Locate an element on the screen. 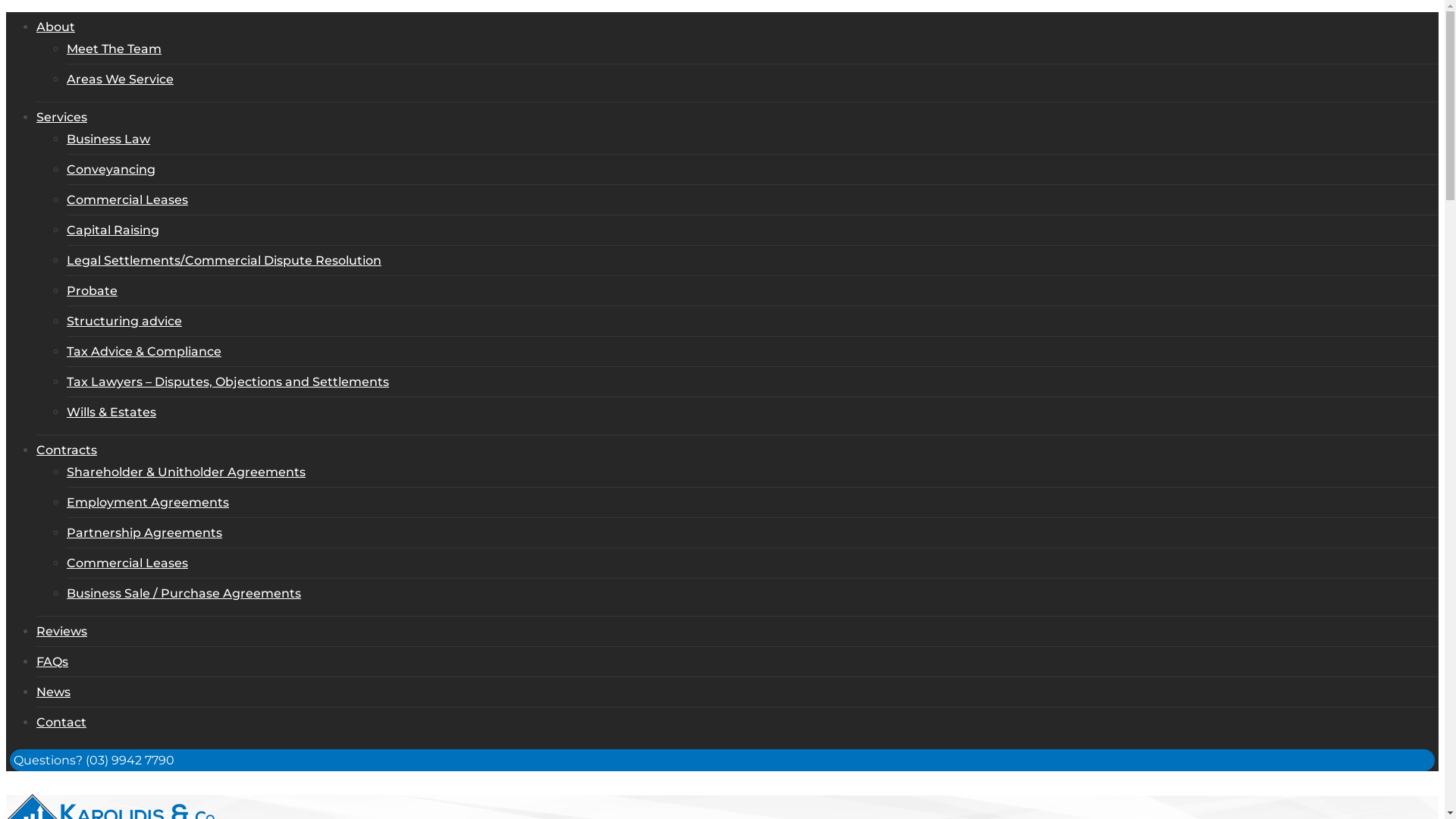 The image size is (1456, 819). 'Wills & Estates' is located at coordinates (111, 412).